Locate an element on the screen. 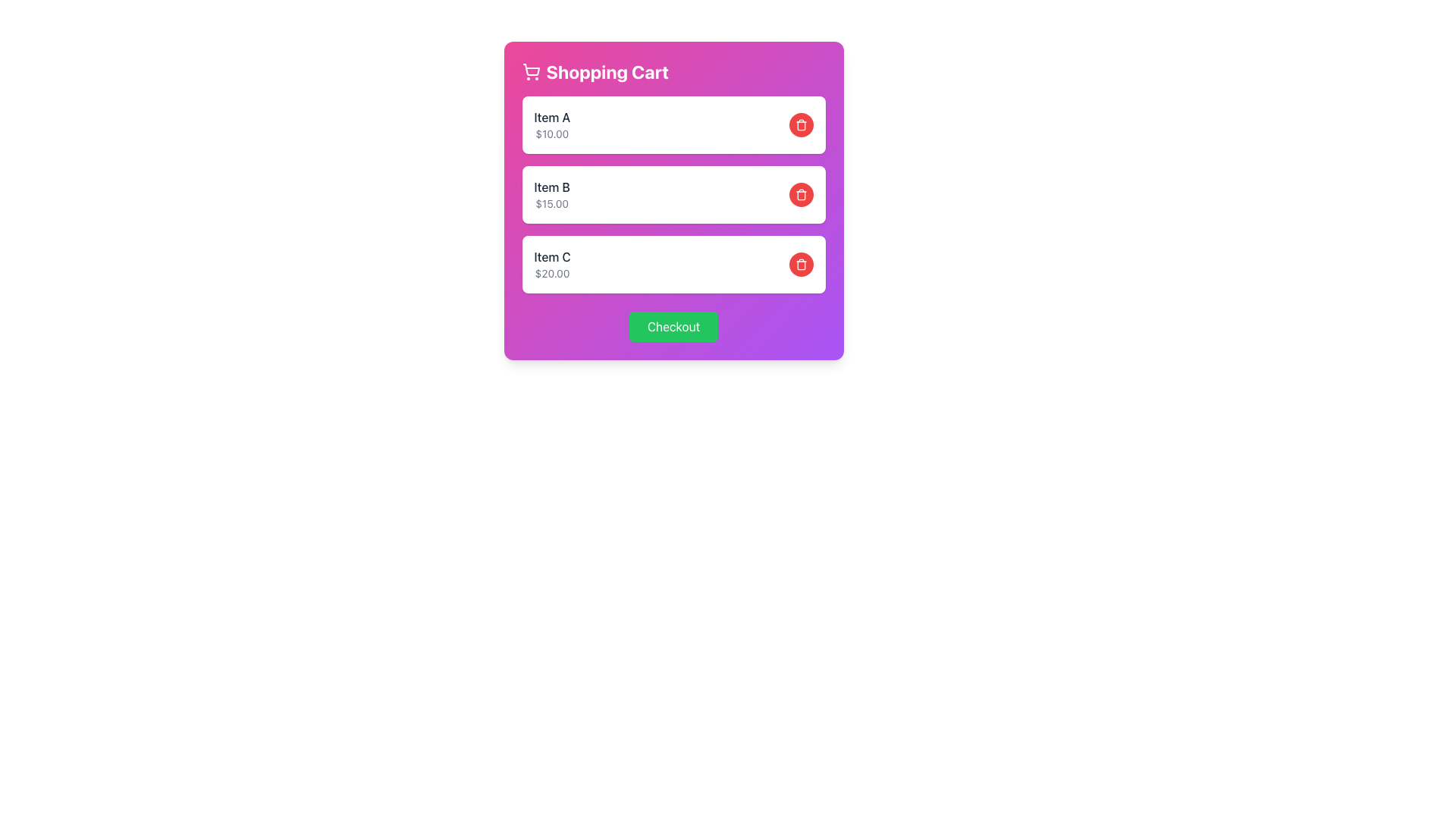  text label displaying the price '$15.00' located below 'Item B' in the shopping cart interface is located at coordinates (551, 203).